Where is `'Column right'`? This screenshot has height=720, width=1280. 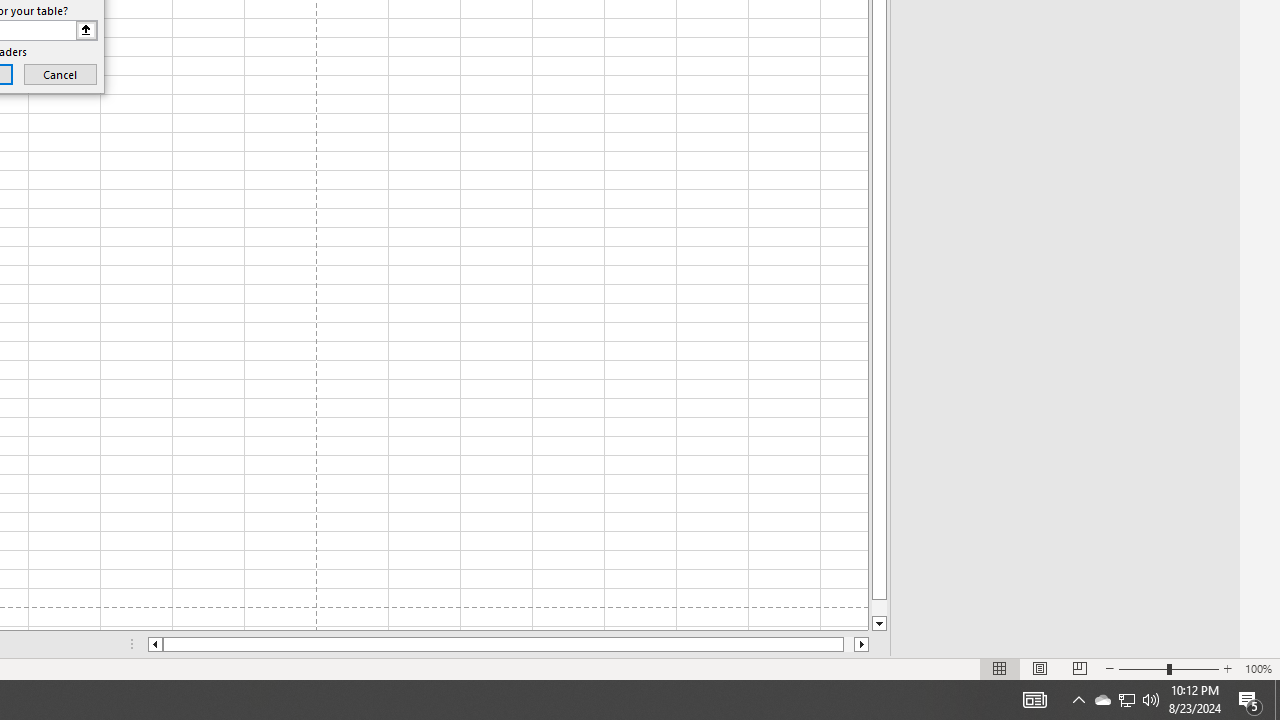
'Column right' is located at coordinates (862, 644).